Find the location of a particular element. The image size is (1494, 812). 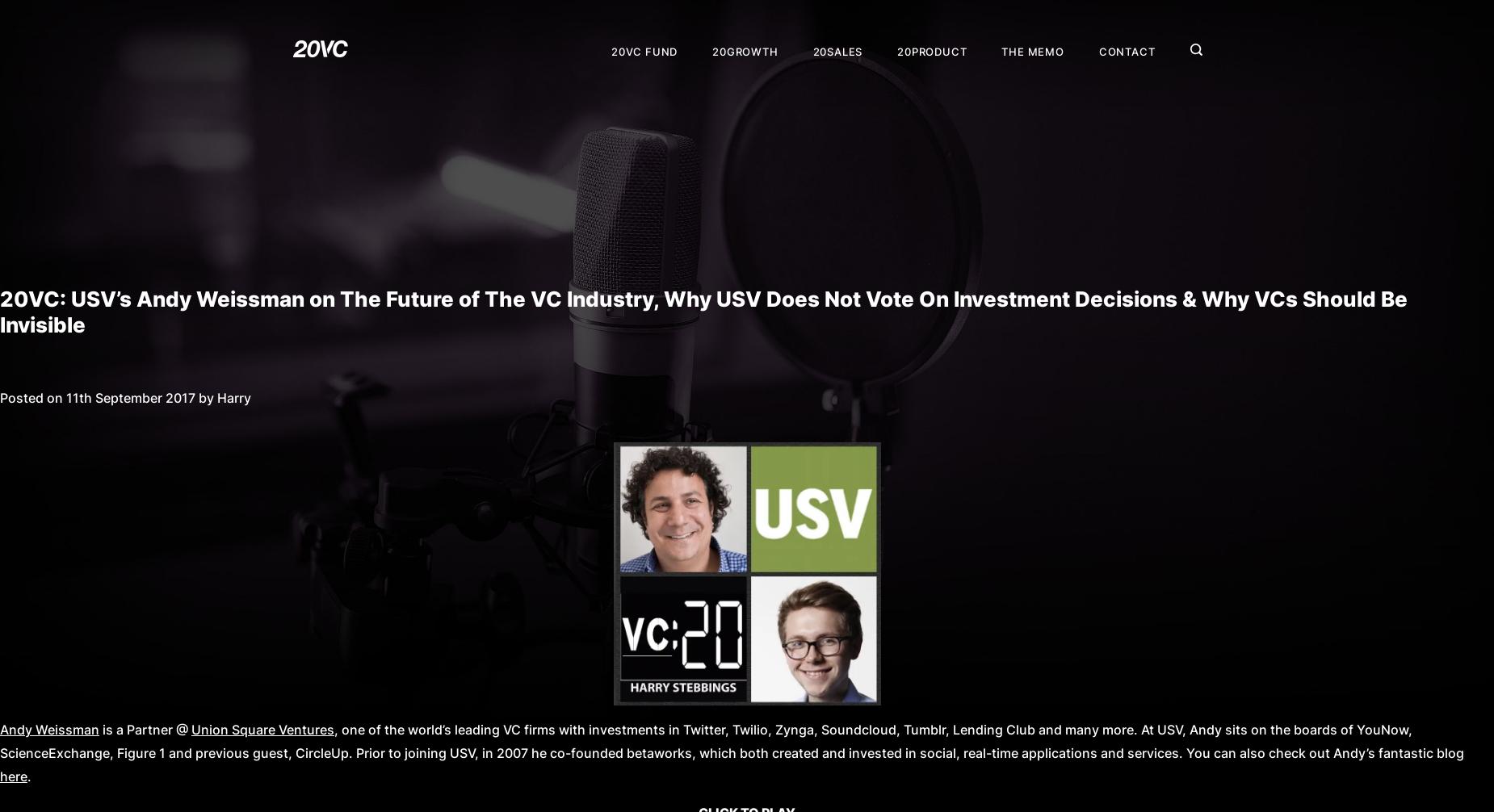

'Andy Weissman' is located at coordinates (0, 728).